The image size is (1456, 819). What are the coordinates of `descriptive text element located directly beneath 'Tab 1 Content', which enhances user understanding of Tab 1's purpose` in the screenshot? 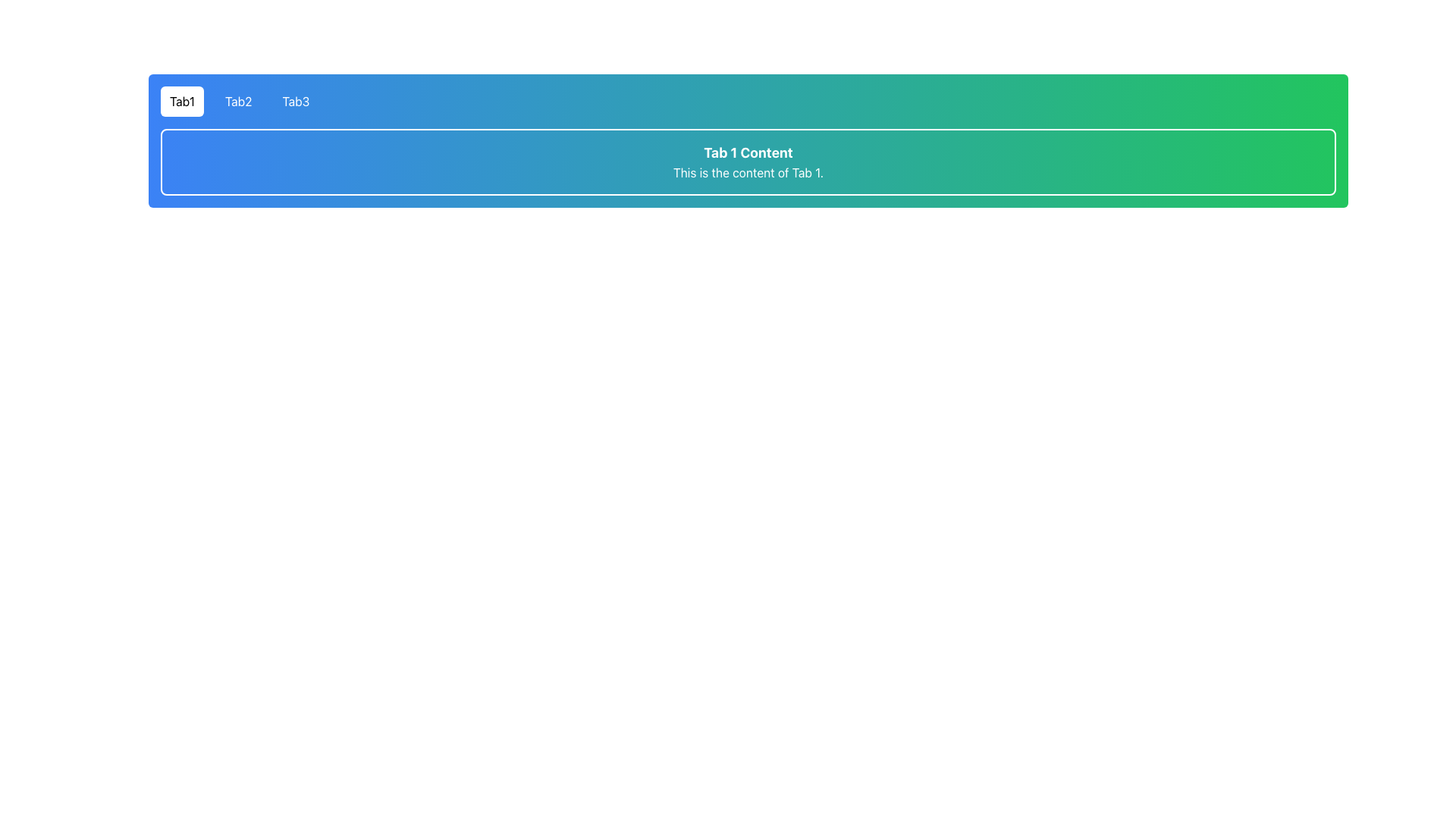 It's located at (748, 171).